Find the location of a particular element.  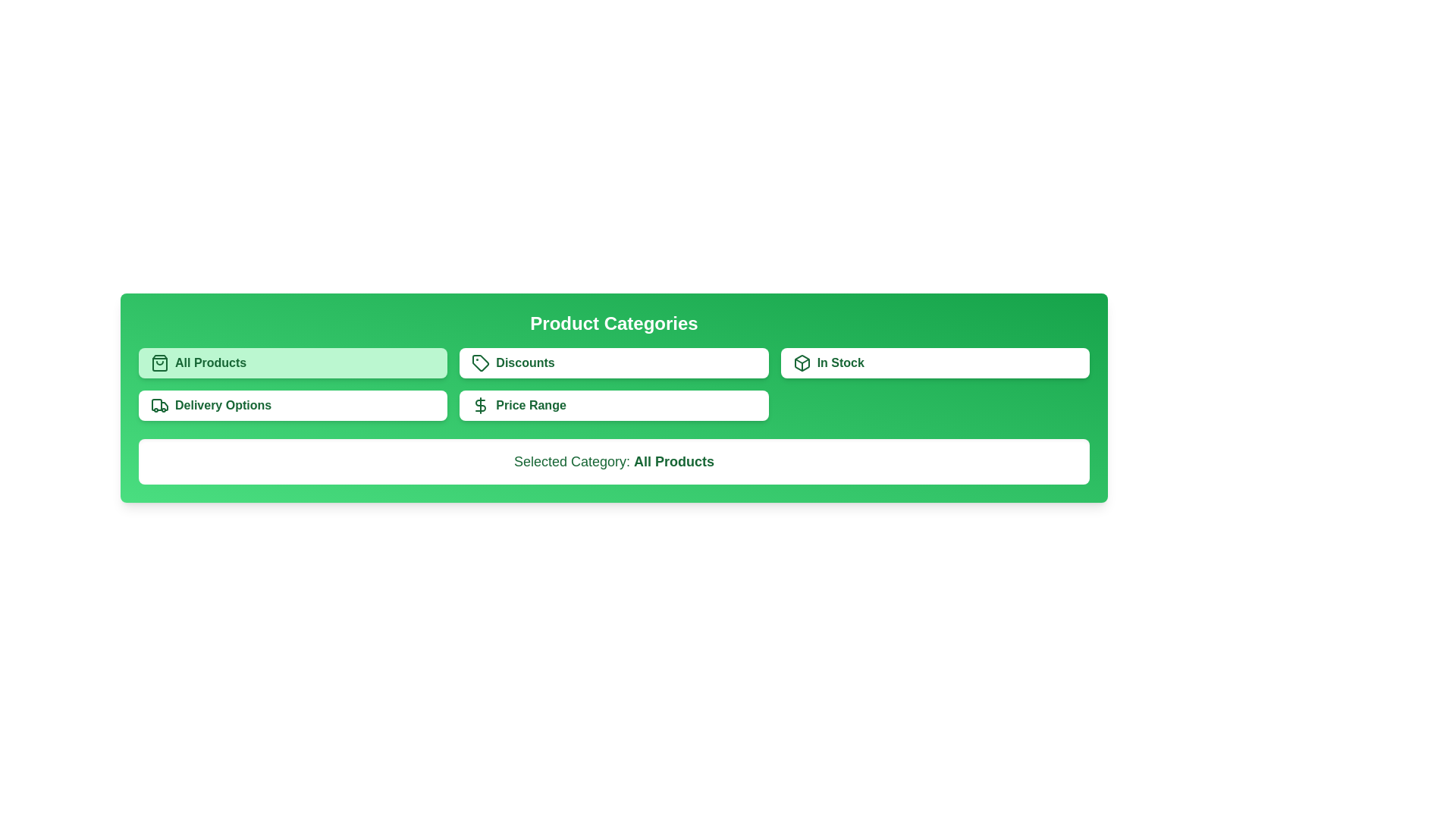

the truck icon within the 'Delivery Options' button is located at coordinates (160, 405).